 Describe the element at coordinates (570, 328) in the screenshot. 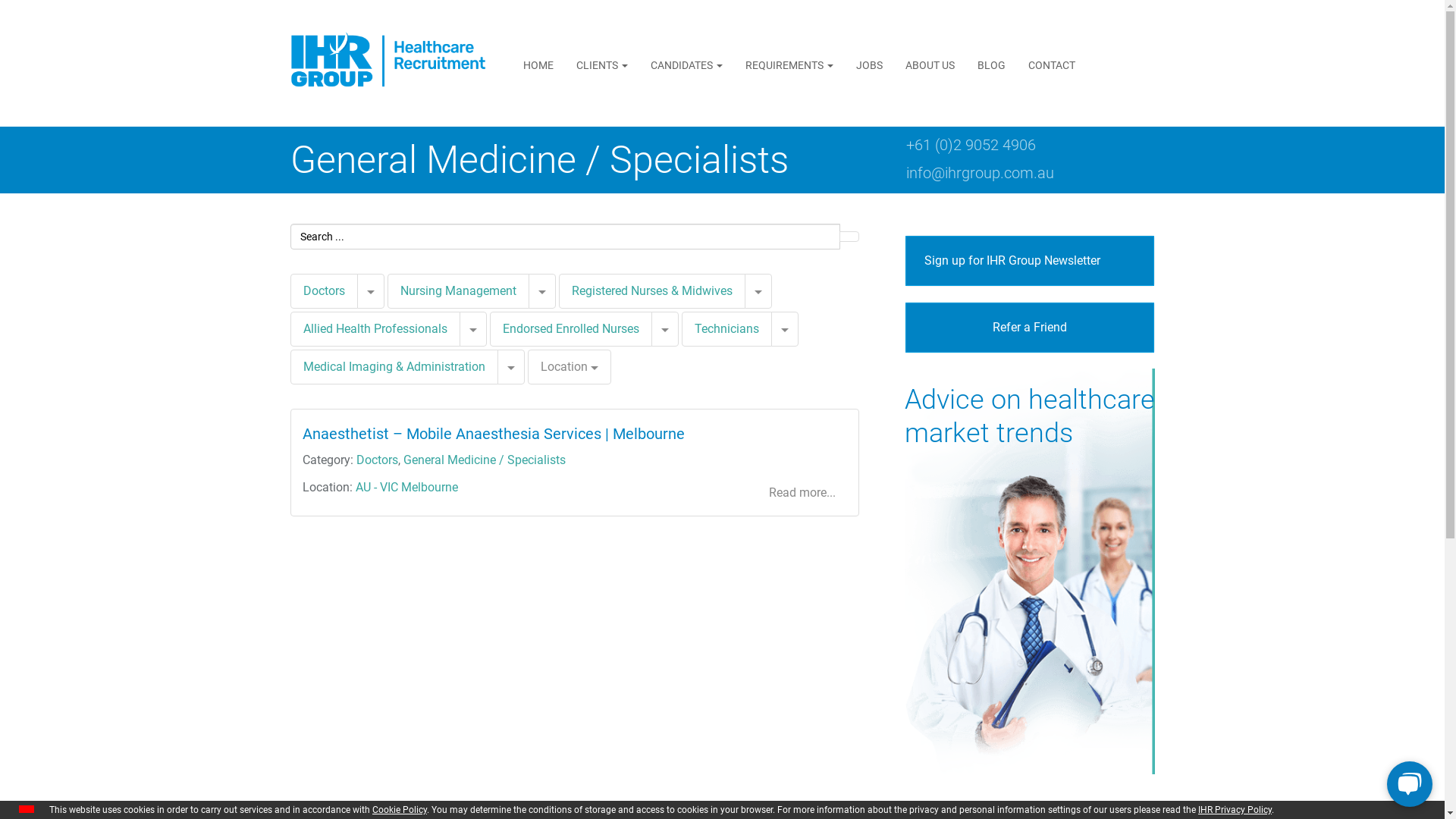

I see `'Endorsed Enrolled Nurses'` at that location.